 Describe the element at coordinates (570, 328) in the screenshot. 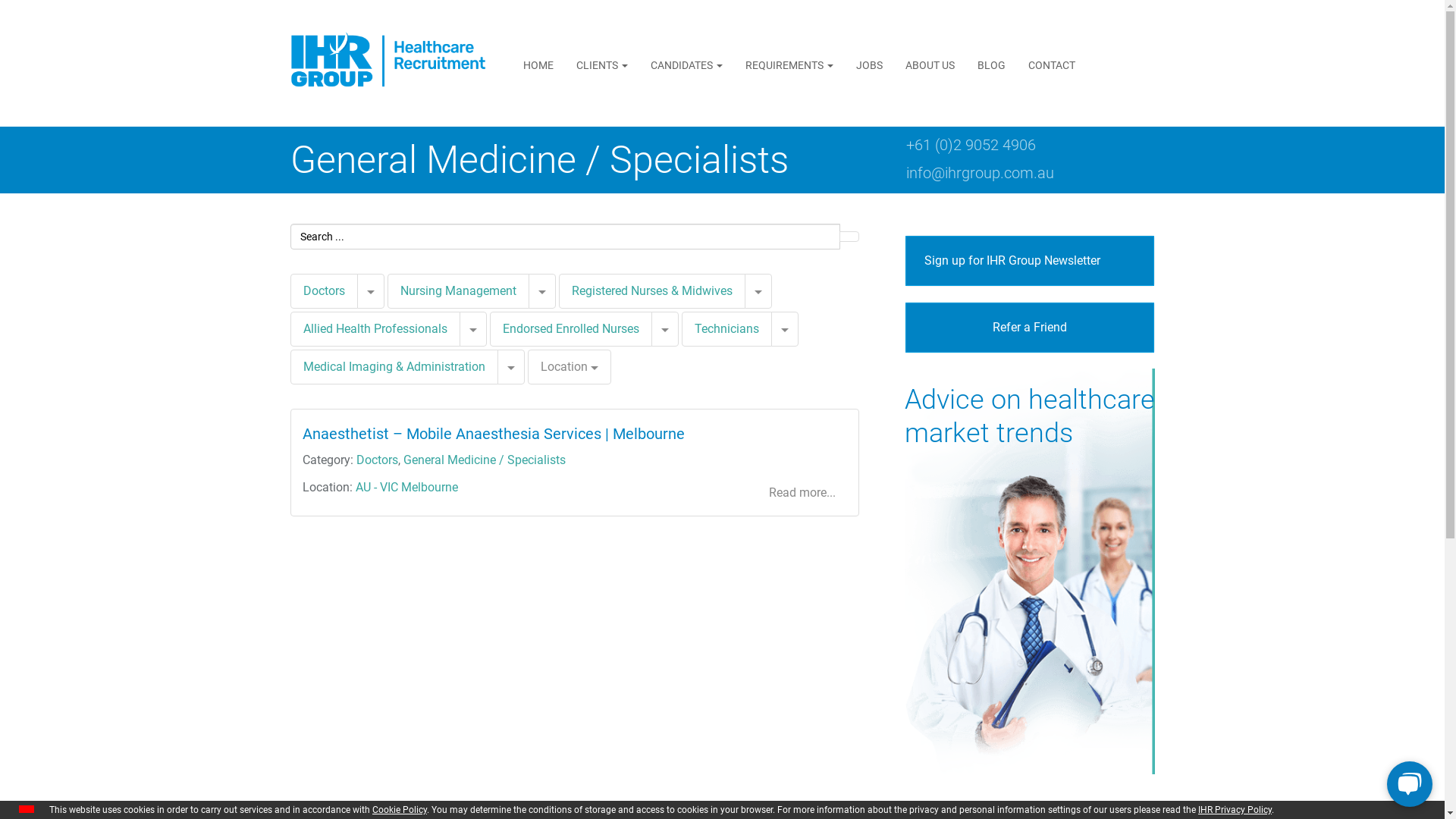

I see `'Endorsed Enrolled Nurses'` at that location.